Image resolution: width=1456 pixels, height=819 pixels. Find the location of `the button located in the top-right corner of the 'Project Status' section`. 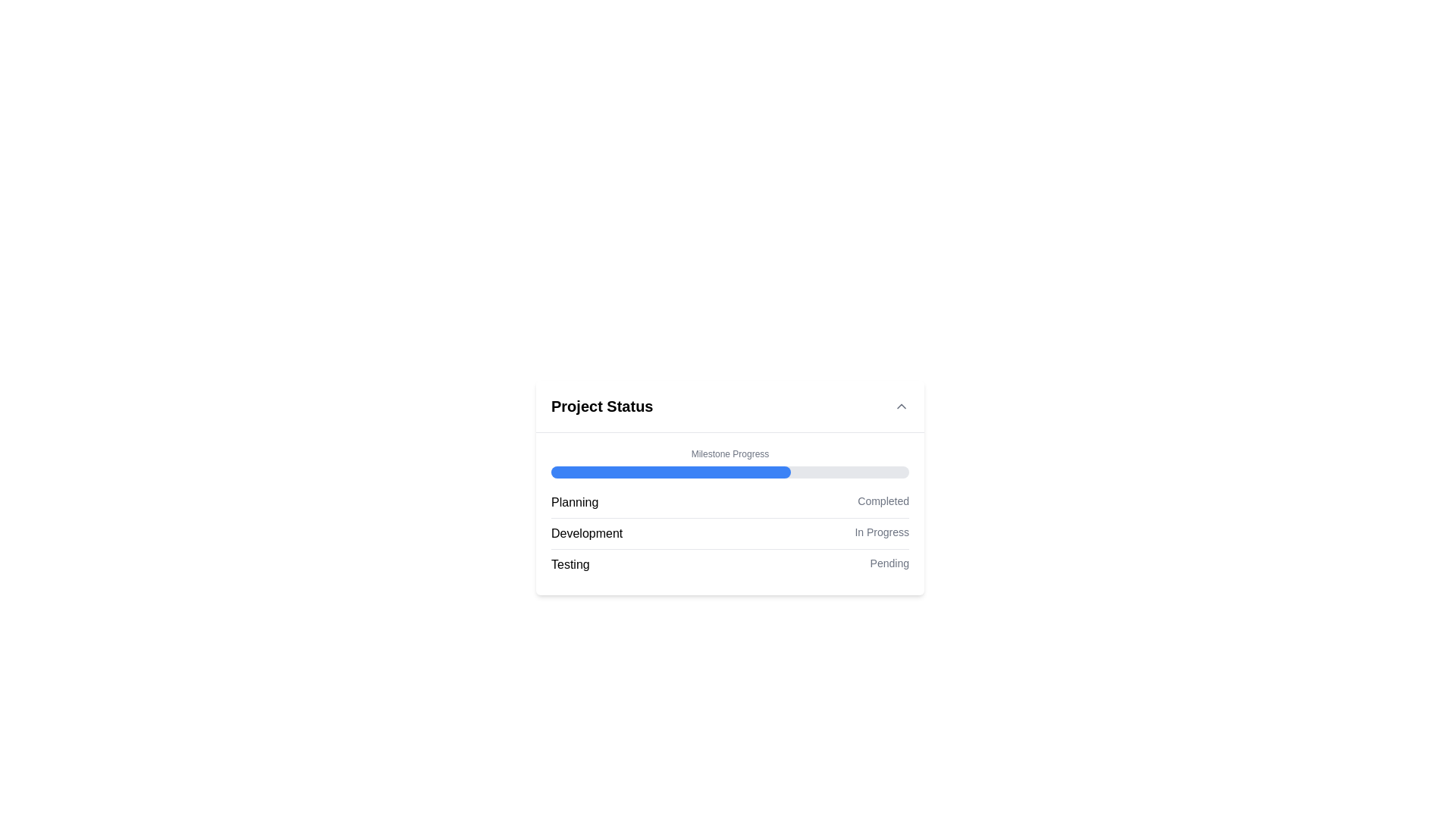

the button located in the top-right corner of the 'Project Status' section is located at coordinates (902, 406).